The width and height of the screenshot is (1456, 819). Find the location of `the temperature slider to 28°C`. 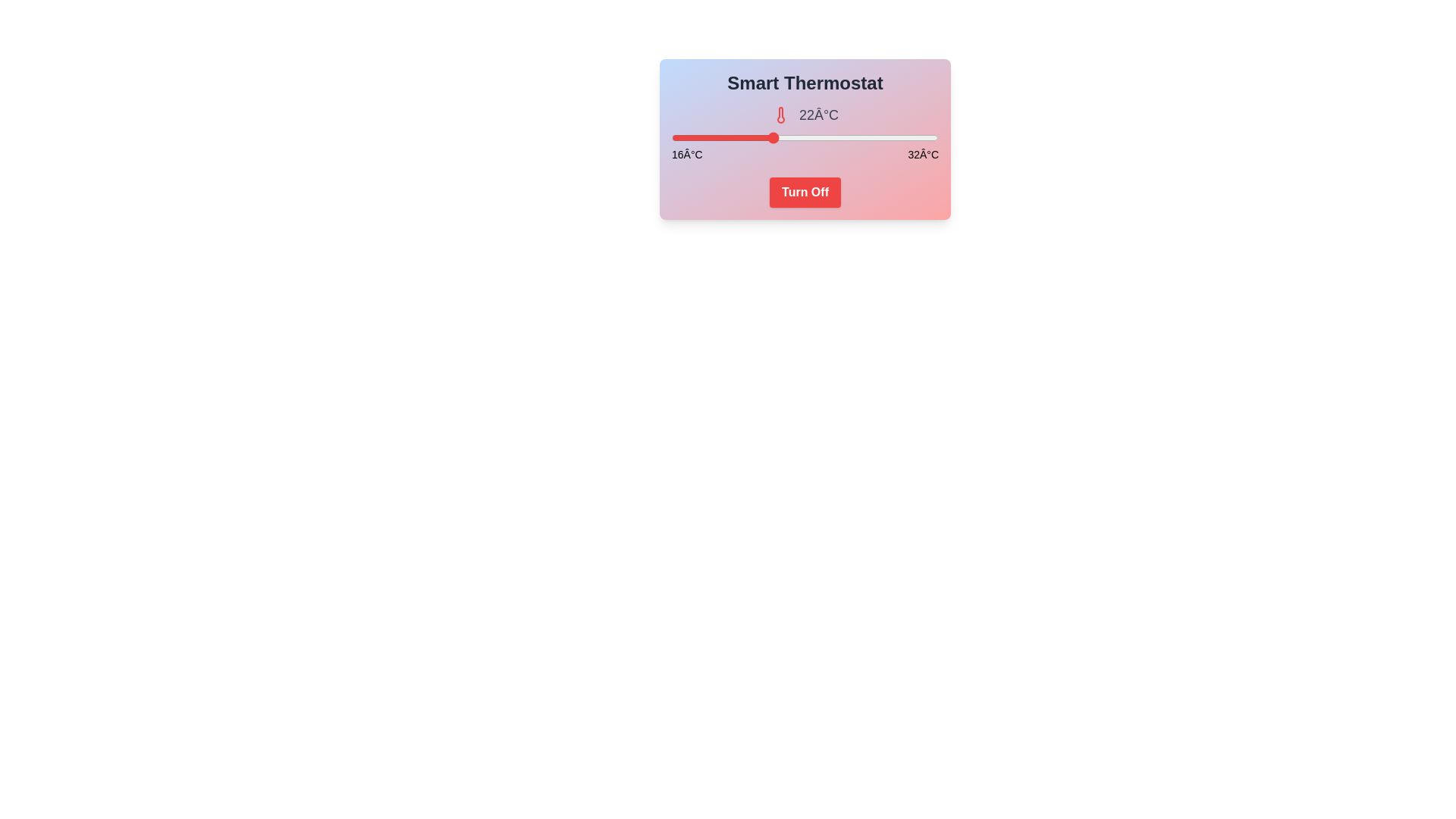

the temperature slider to 28°C is located at coordinates (872, 137).